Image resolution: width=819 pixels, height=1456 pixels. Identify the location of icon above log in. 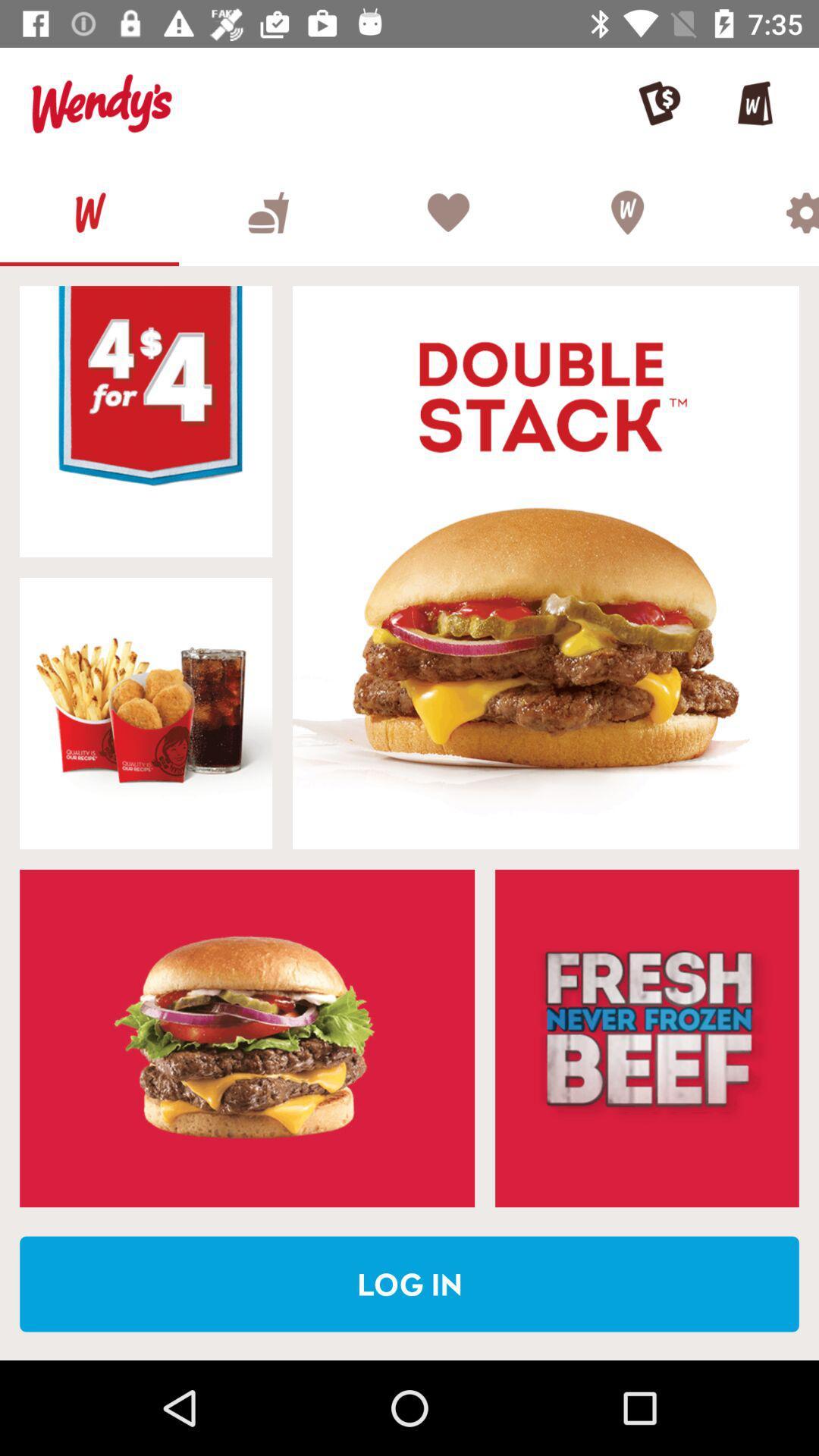
(647, 1037).